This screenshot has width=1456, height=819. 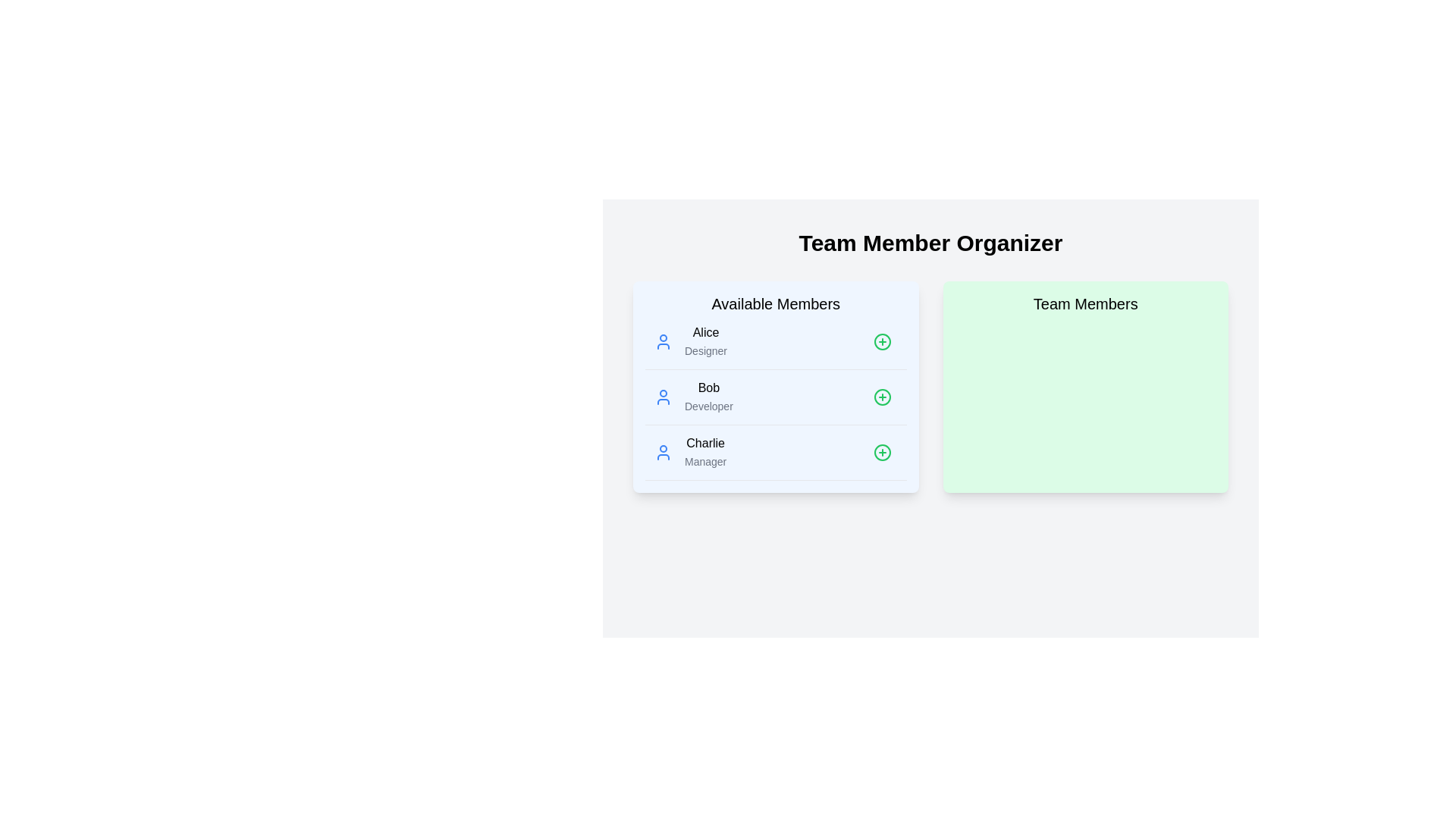 What do you see at coordinates (663, 452) in the screenshot?
I see `the visual identifier icon for the user named 'Charlie', which is located in the third row from the top, directly to the left of the textual information 'Charlie' and 'Manager'` at bounding box center [663, 452].